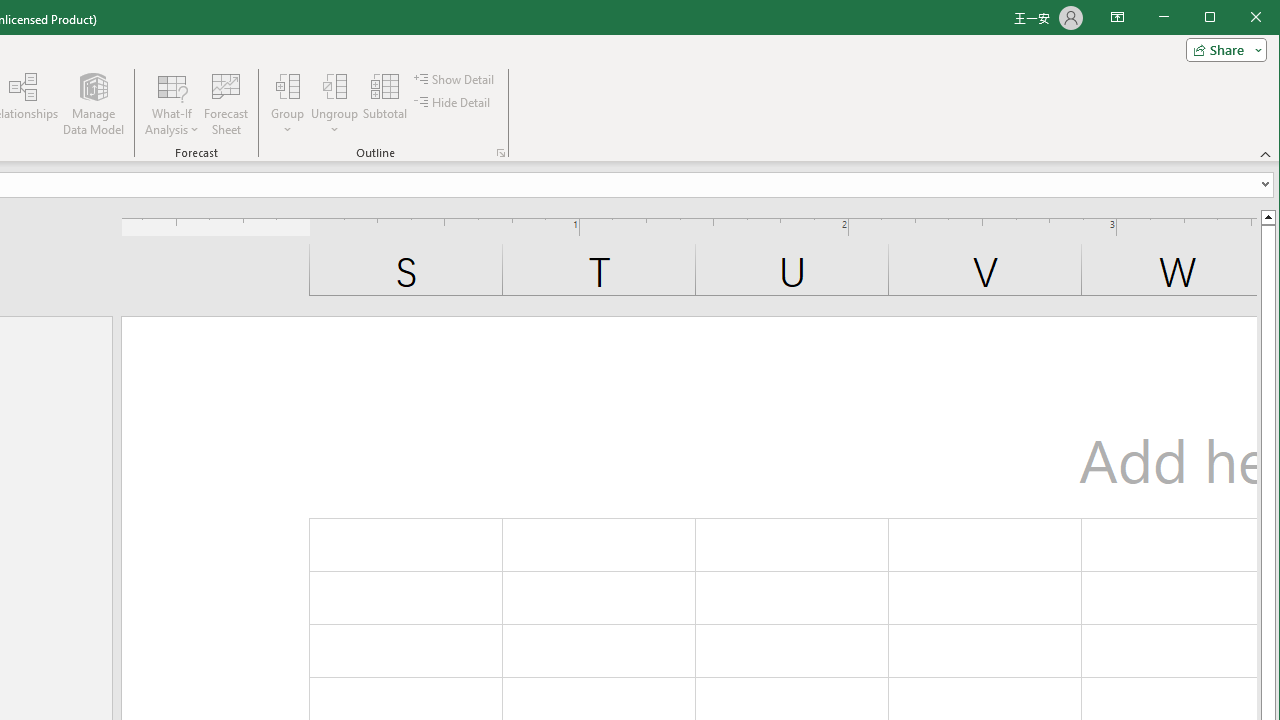  What do you see at coordinates (1260, 19) in the screenshot?
I see `'Close'` at bounding box center [1260, 19].